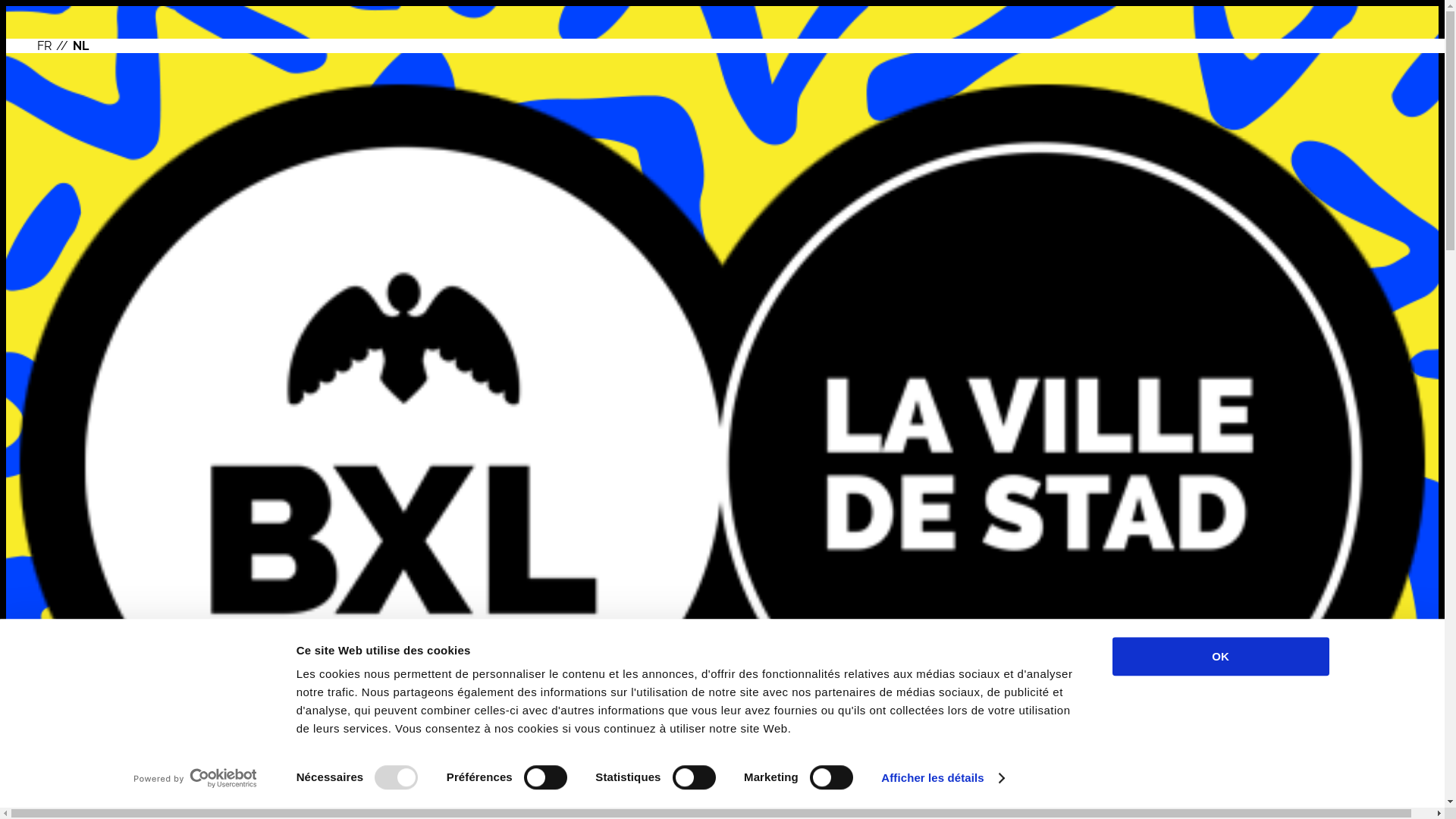 This screenshot has height=819, width=1456. What do you see at coordinates (1219, 655) in the screenshot?
I see `'OK'` at bounding box center [1219, 655].